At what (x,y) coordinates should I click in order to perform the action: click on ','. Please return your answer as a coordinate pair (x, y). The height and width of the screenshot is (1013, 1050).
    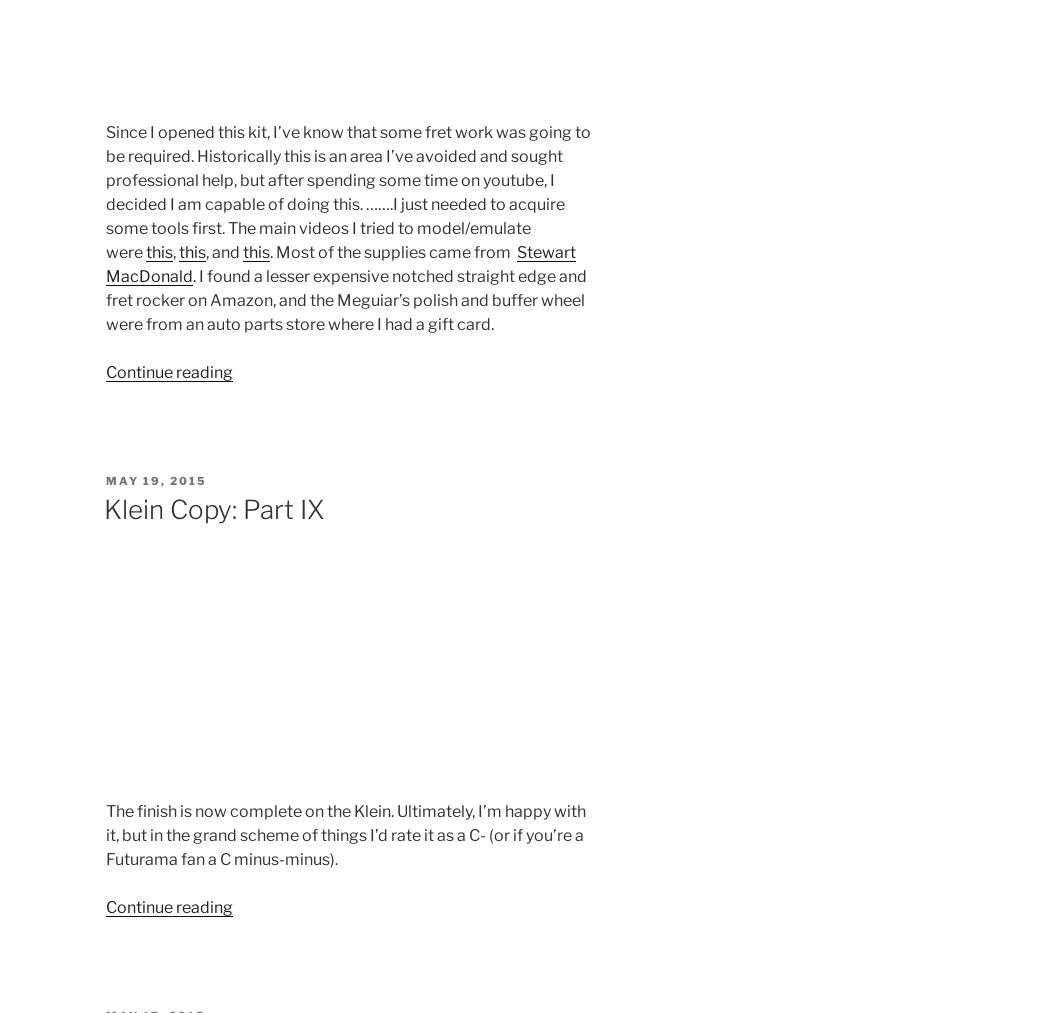
    Looking at the image, I should click on (171, 250).